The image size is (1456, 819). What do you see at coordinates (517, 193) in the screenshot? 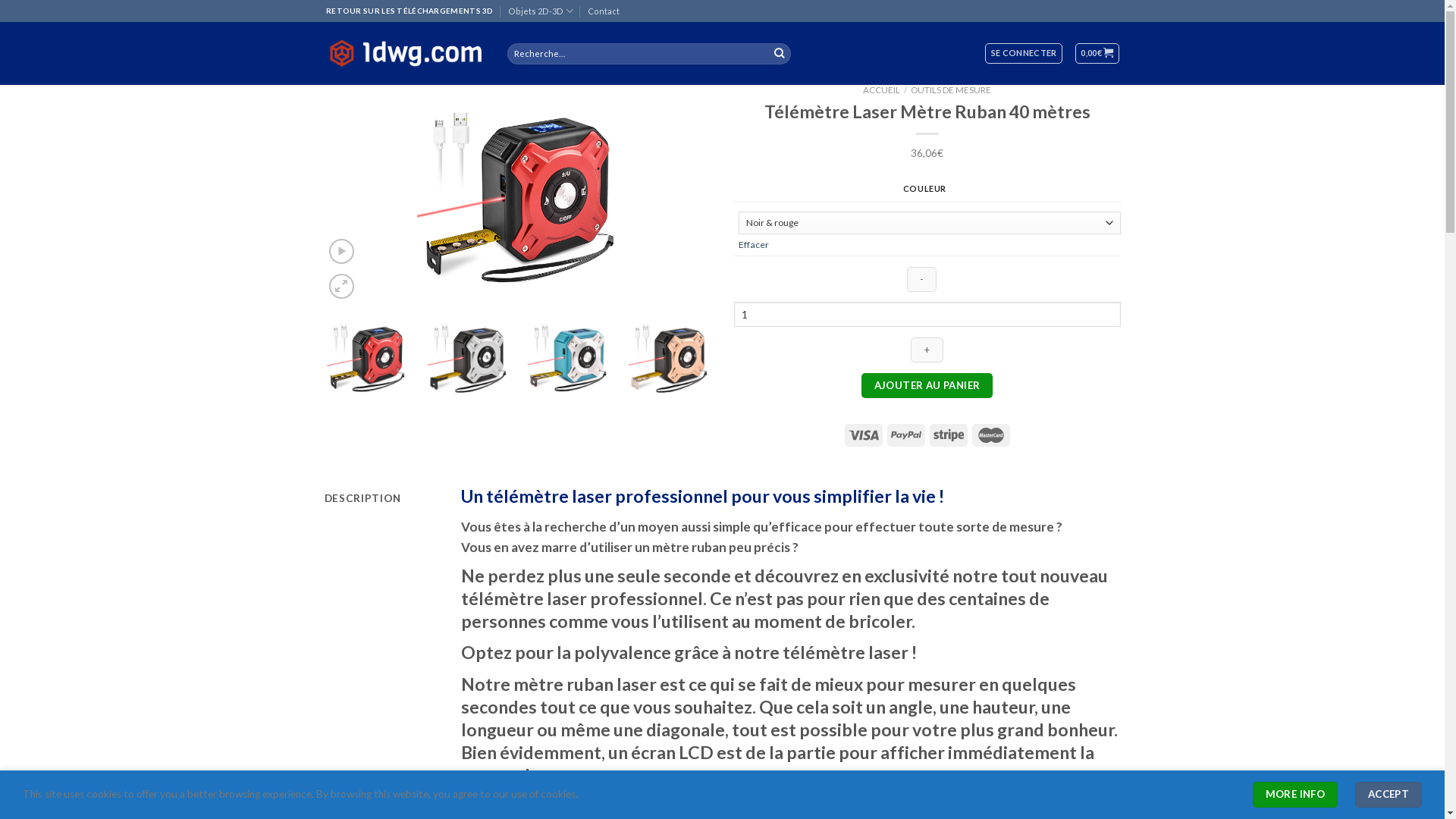
I see `'metre-laser-noir-rouge'` at bounding box center [517, 193].